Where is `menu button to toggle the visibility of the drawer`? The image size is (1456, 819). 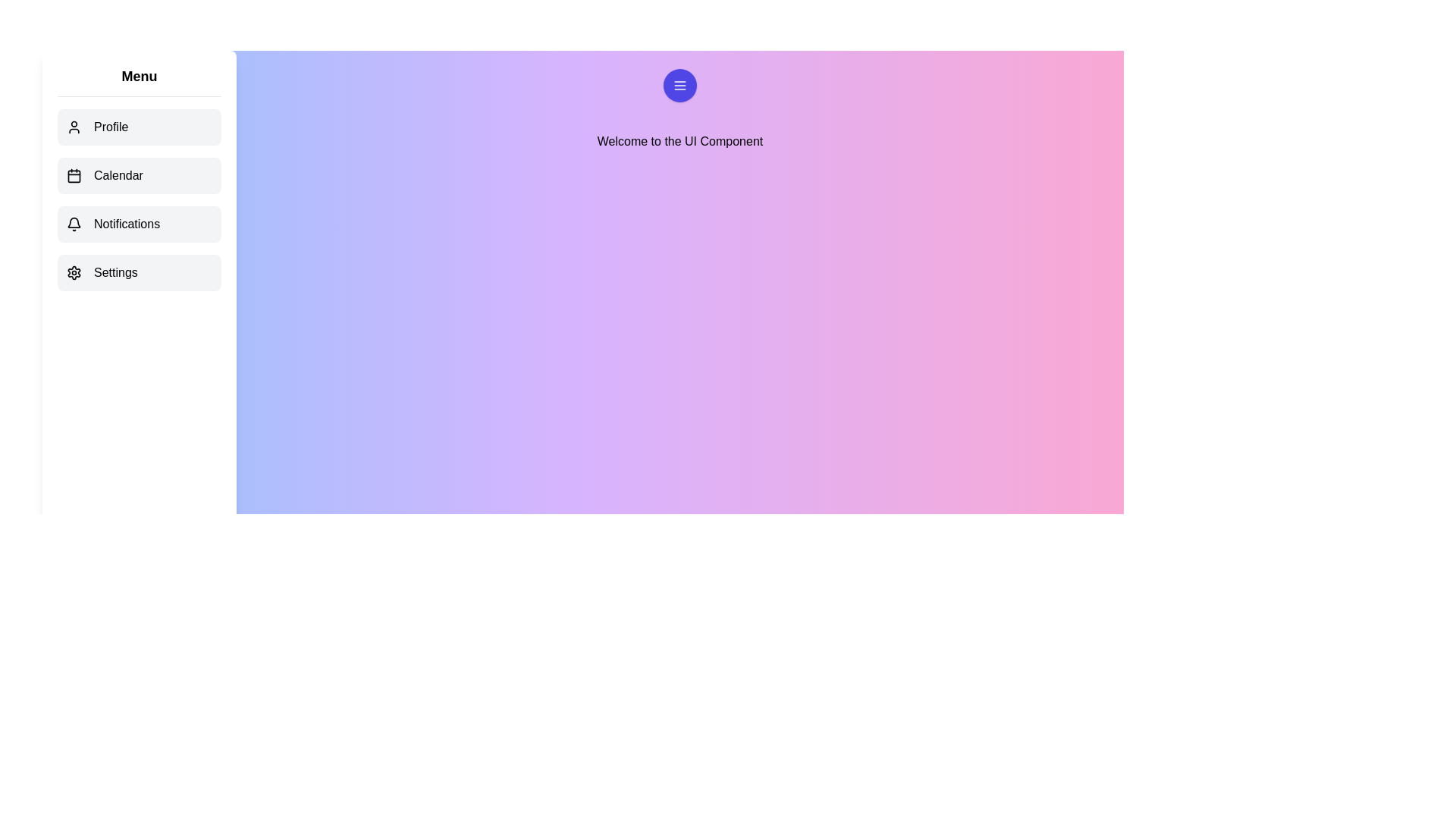 menu button to toggle the visibility of the drawer is located at coordinates (679, 85).